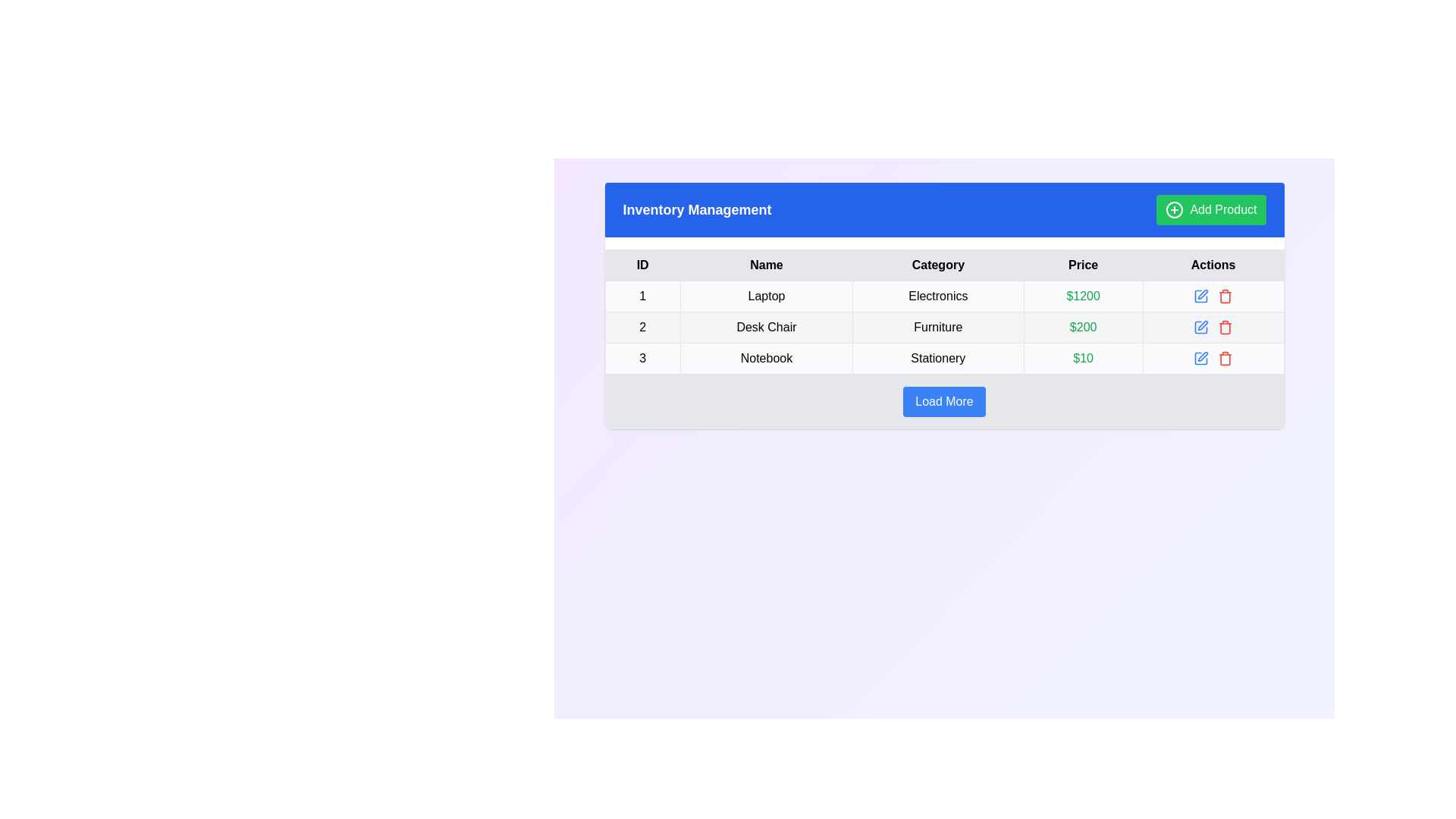 The width and height of the screenshot is (1456, 819). Describe the element at coordinates (1225, 359) in the screenshot. I see `the trash bin icon button in the Actions column of the third row` at that location.